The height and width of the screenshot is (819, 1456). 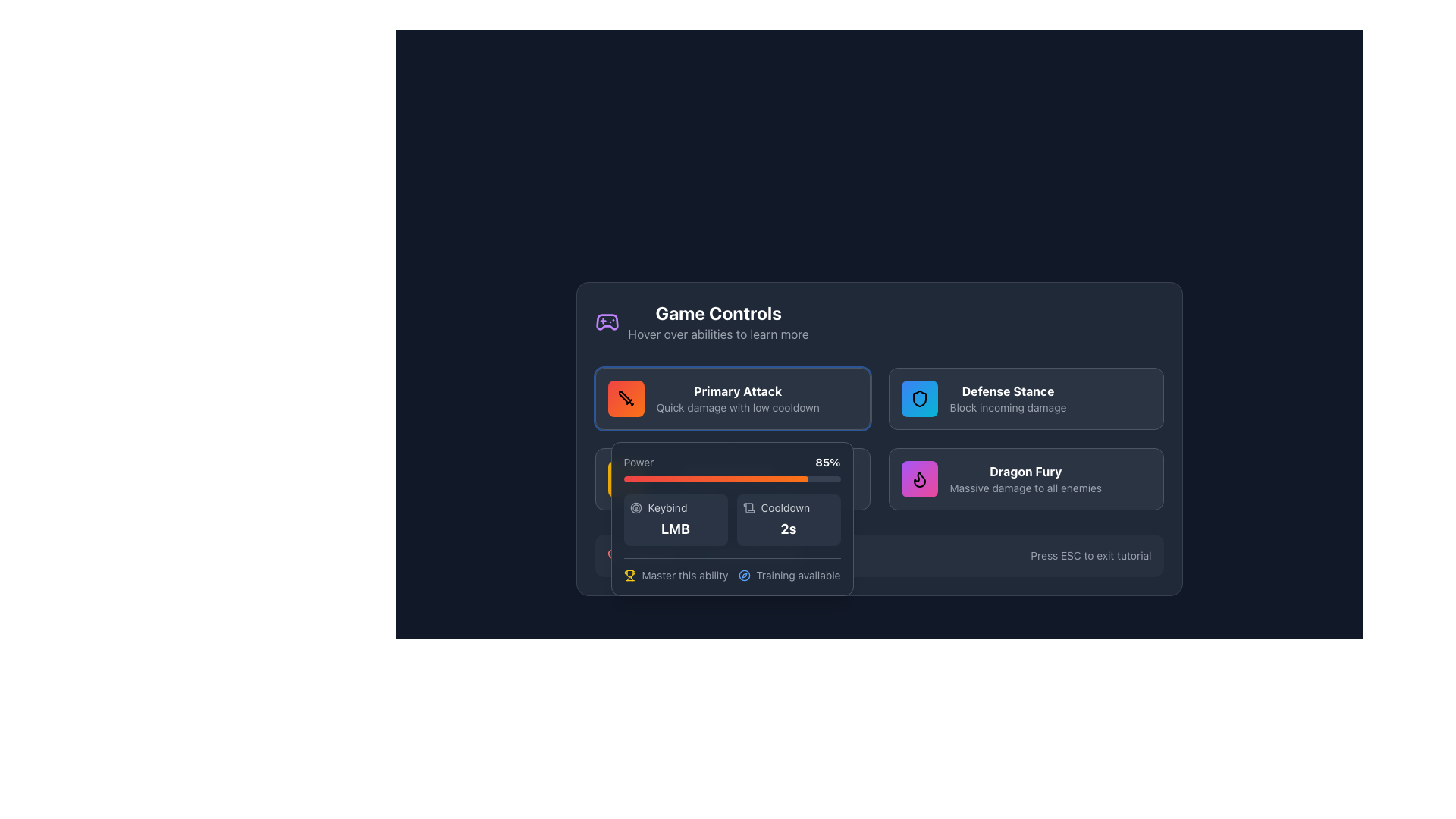 I want to click on the square icon with a gradient background and a black shield outline in the top-right section of the 'Defense Stance' interface, so click(x=918, y=397).